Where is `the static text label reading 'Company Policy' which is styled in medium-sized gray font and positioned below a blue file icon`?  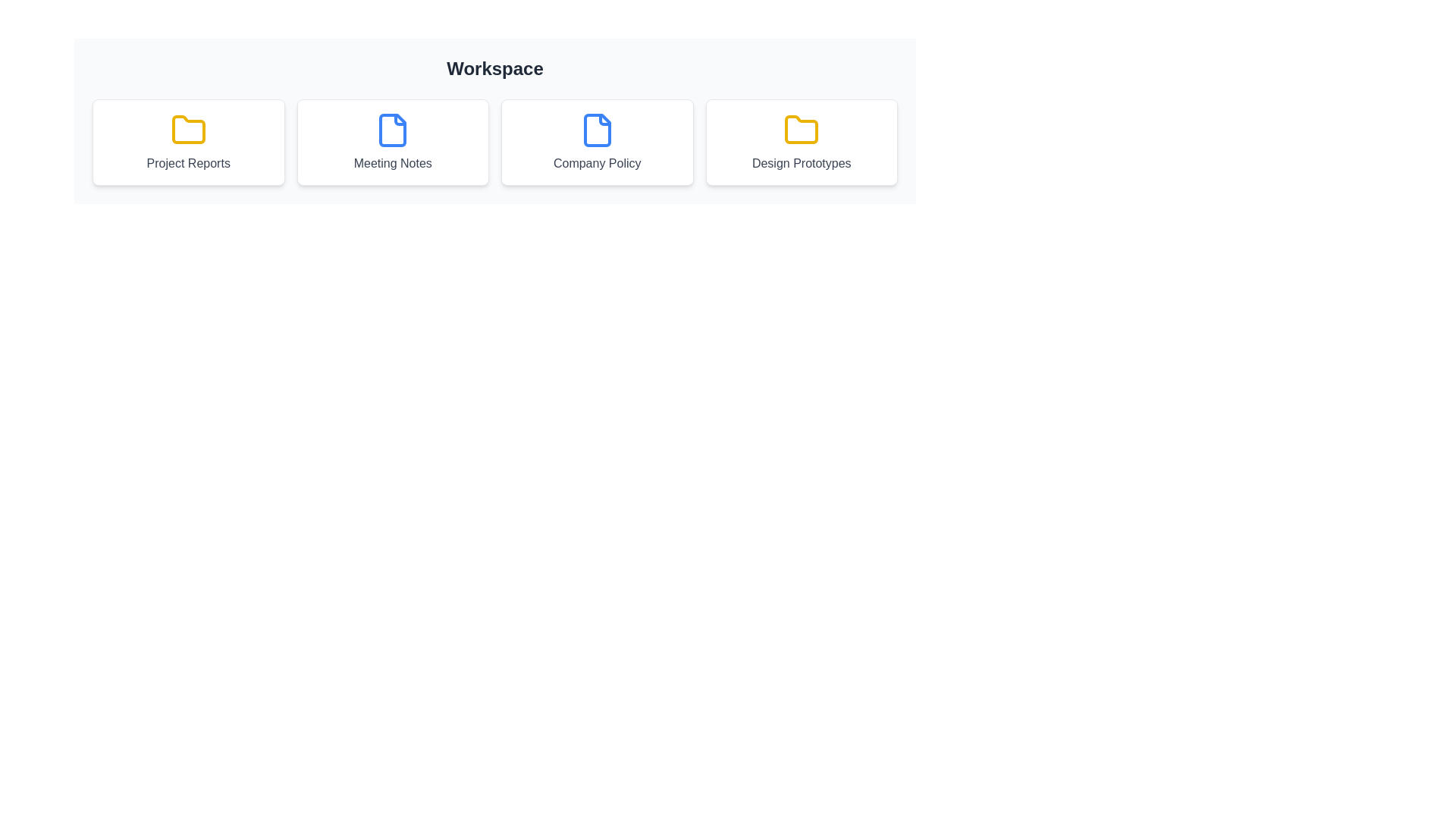
the static text label reading 'Company Policy' which is styled in medium-sized gray font and positioned below a blue file icon is located at coordinates (596, 164).